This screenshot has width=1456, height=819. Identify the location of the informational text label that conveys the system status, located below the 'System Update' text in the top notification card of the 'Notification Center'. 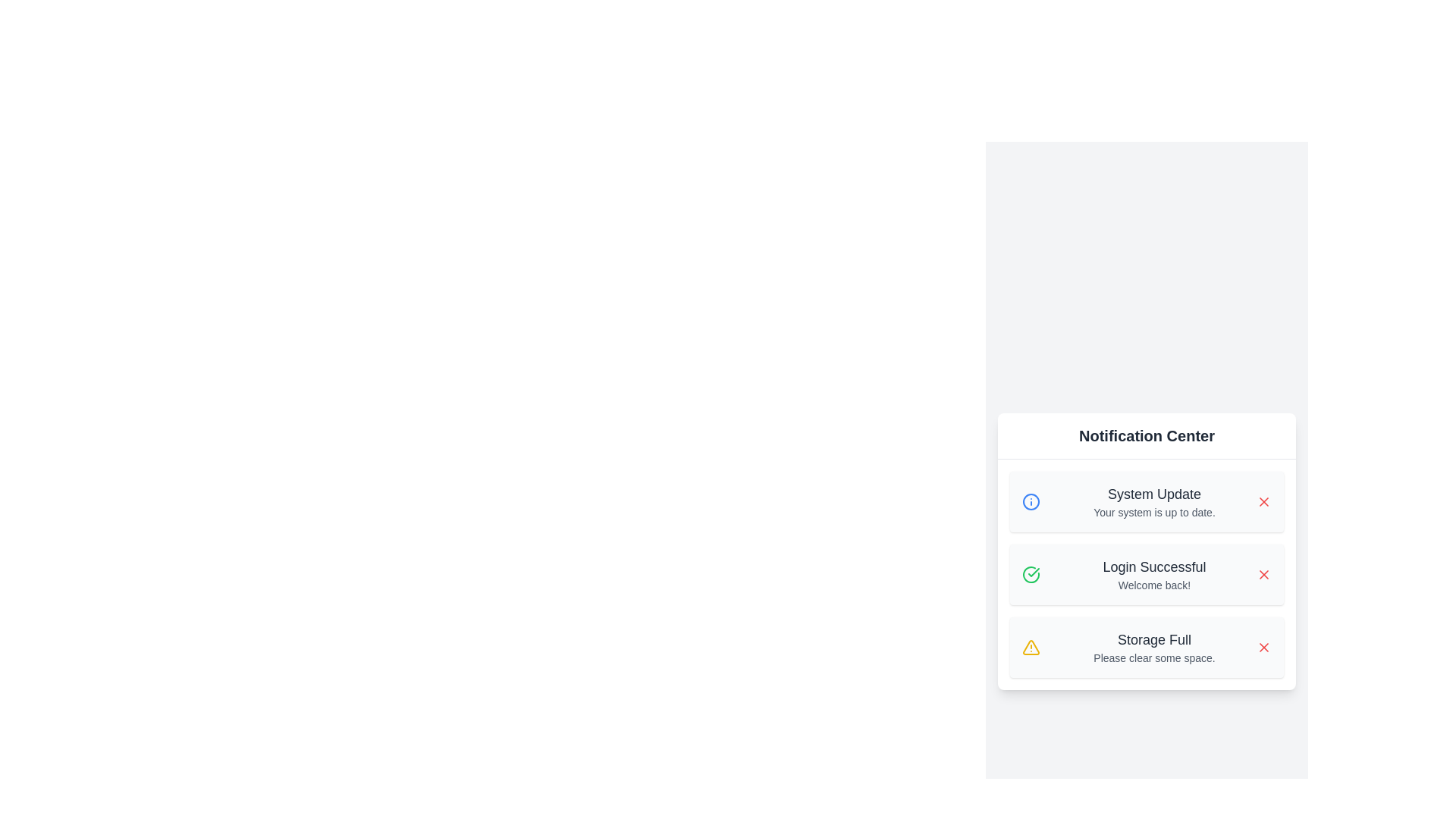
(1153, 512).